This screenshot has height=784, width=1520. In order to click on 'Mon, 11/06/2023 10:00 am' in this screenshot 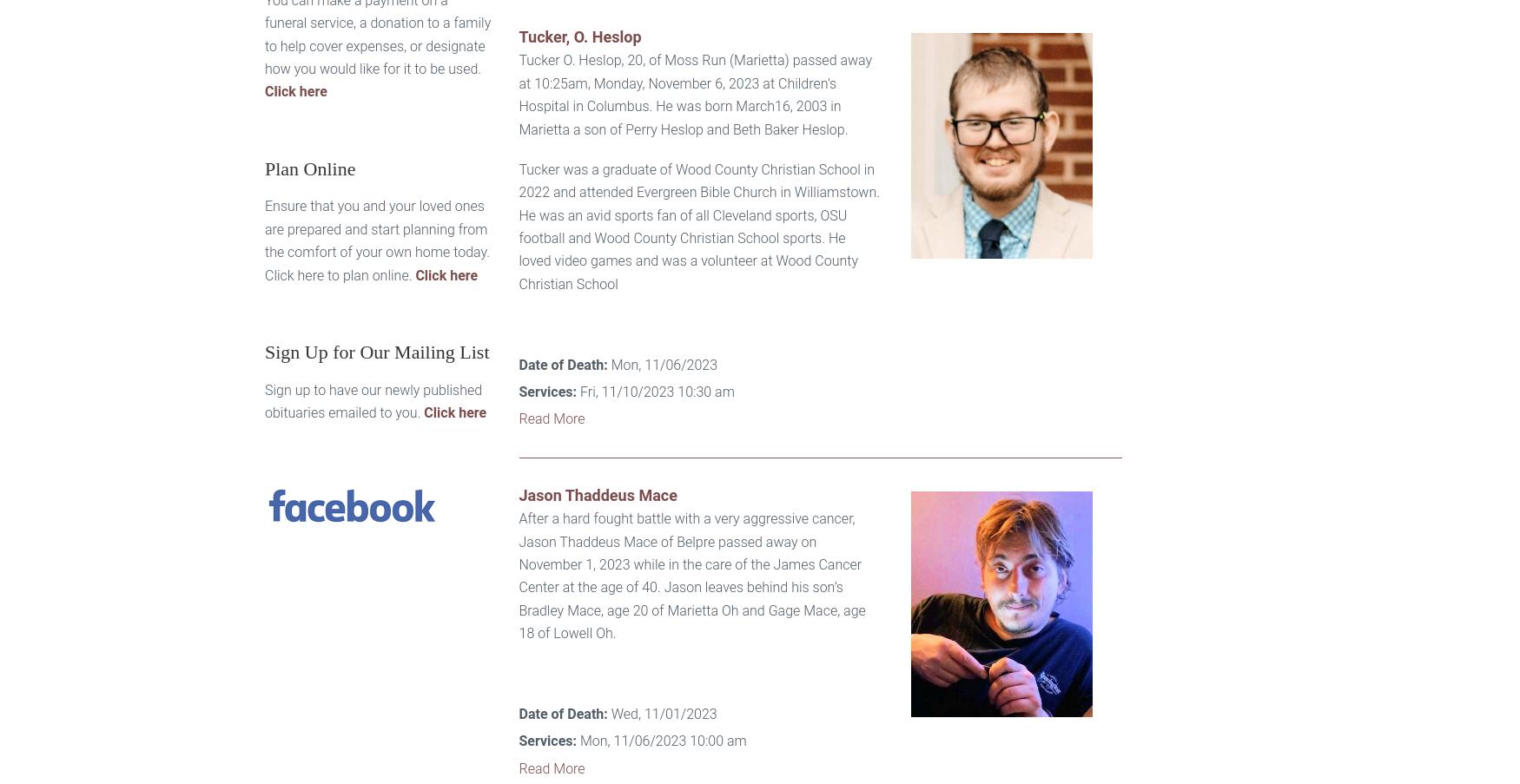, I will do `click(660, 741)`.